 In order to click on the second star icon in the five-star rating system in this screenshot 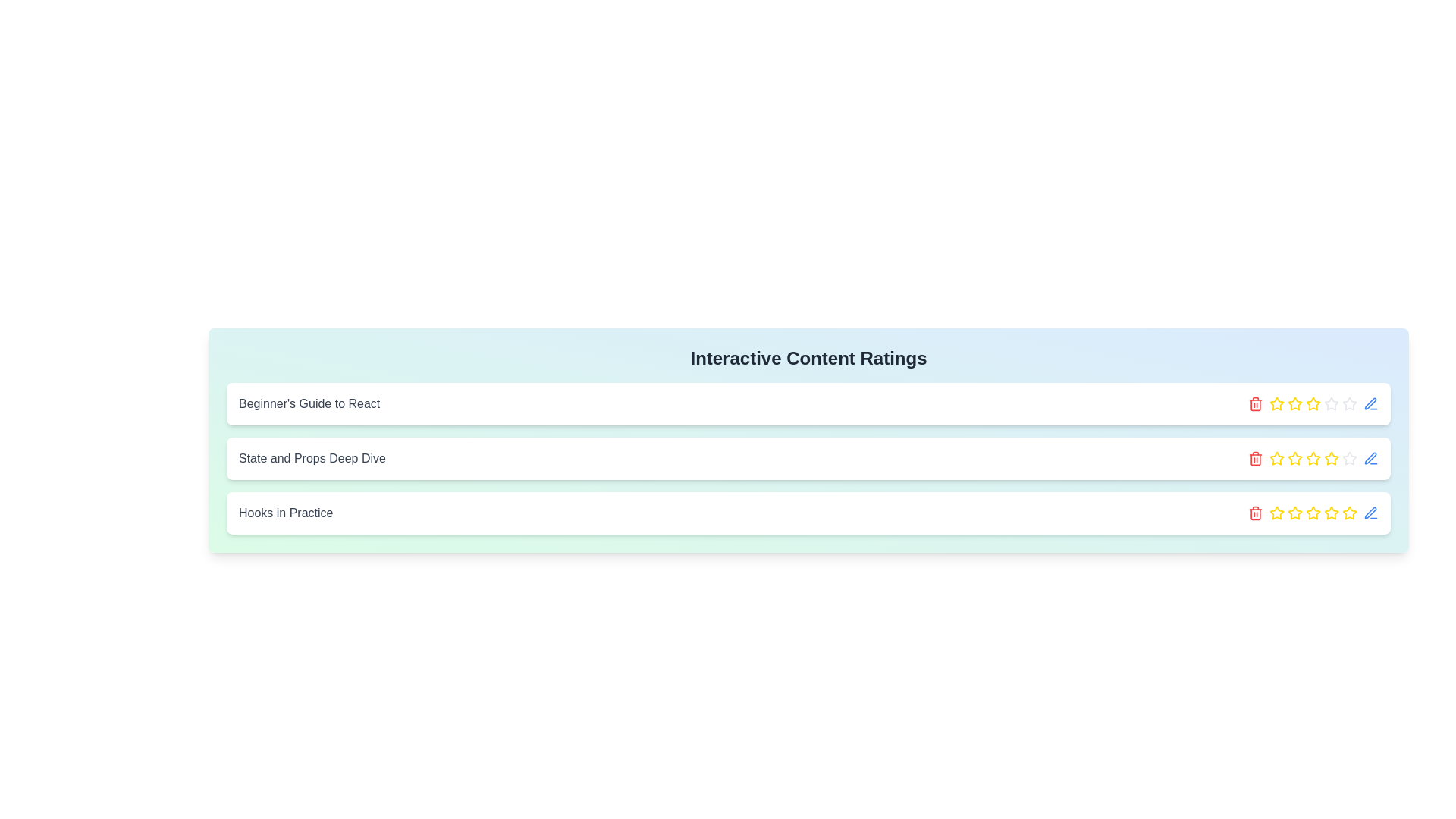, I will do `click(1294, 403)`.